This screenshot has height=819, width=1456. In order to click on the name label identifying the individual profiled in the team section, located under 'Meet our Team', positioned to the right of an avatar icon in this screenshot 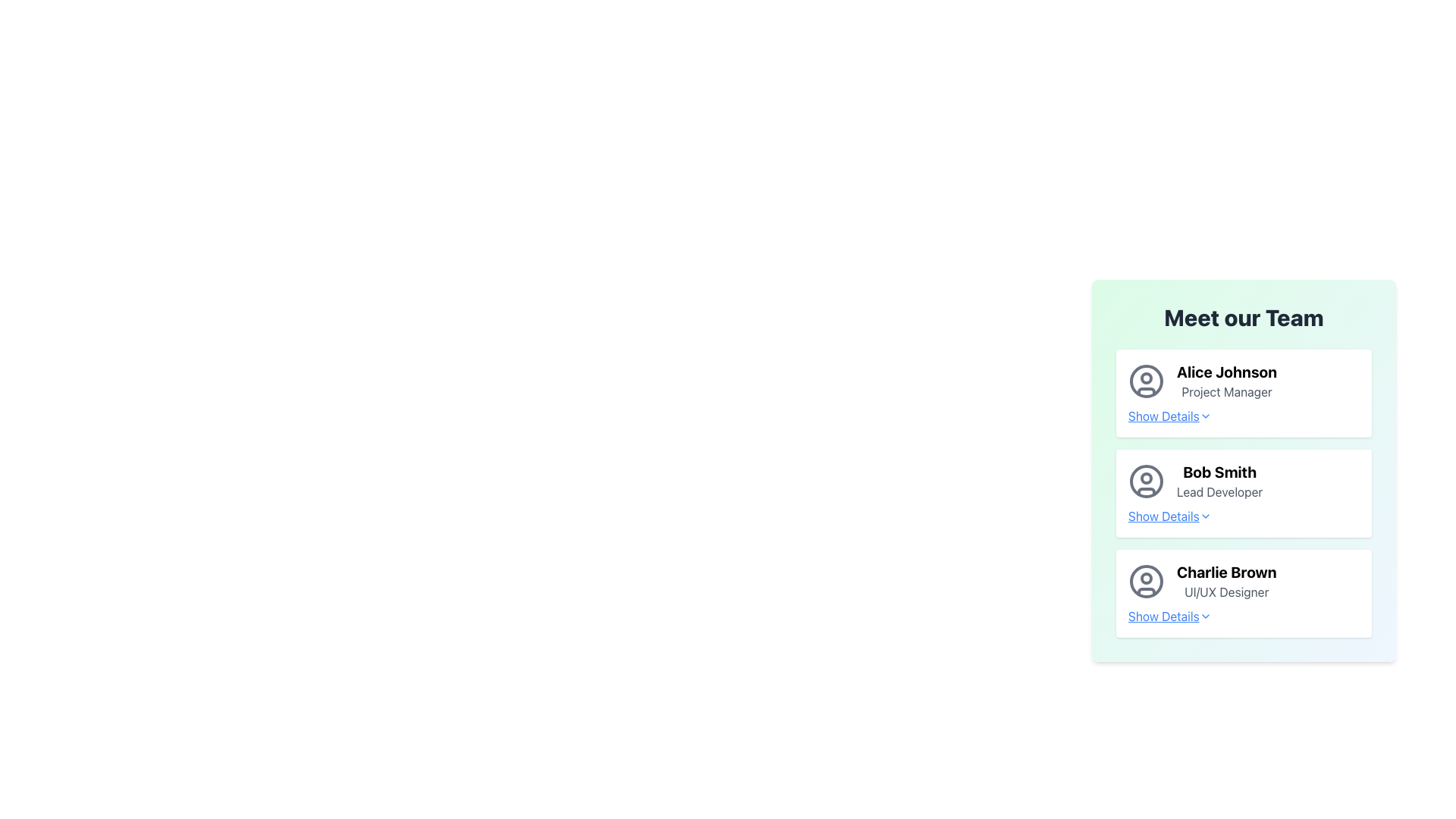, I will do `click(1226, 573)`.